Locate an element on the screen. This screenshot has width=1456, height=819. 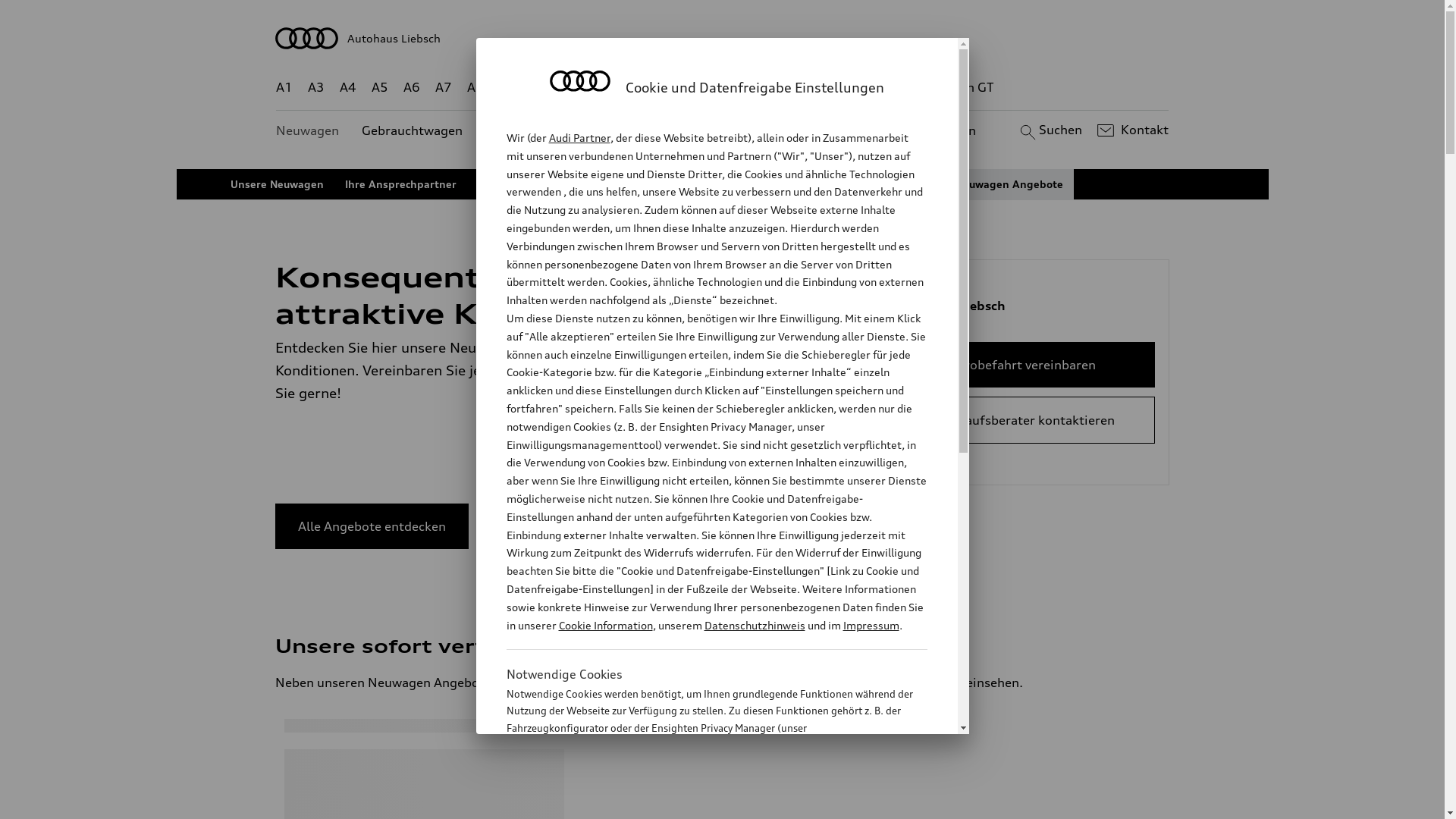
'Q2' is located at coordinates (507, 87).